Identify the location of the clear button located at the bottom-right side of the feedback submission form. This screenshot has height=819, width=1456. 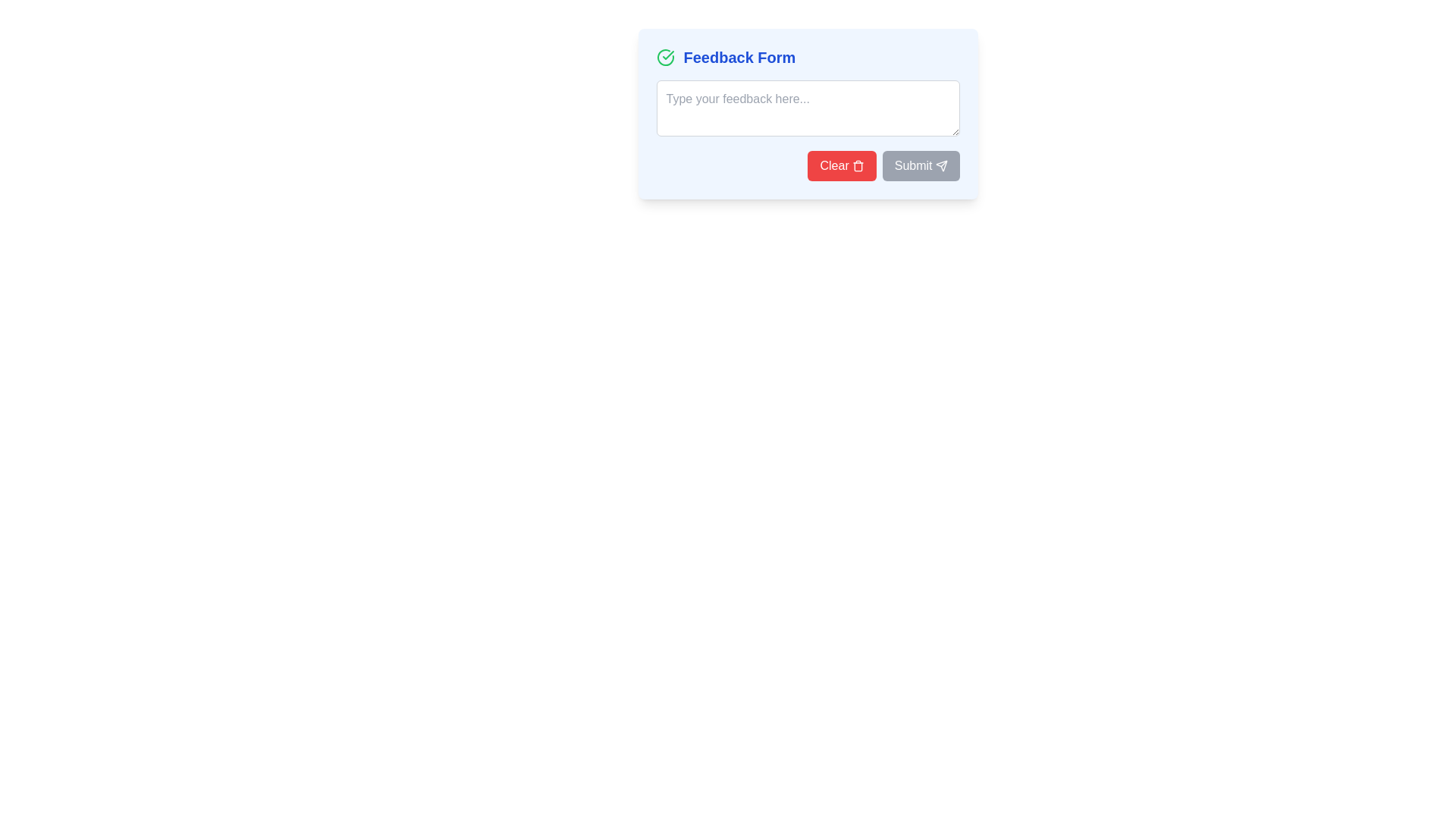
(807, 166).